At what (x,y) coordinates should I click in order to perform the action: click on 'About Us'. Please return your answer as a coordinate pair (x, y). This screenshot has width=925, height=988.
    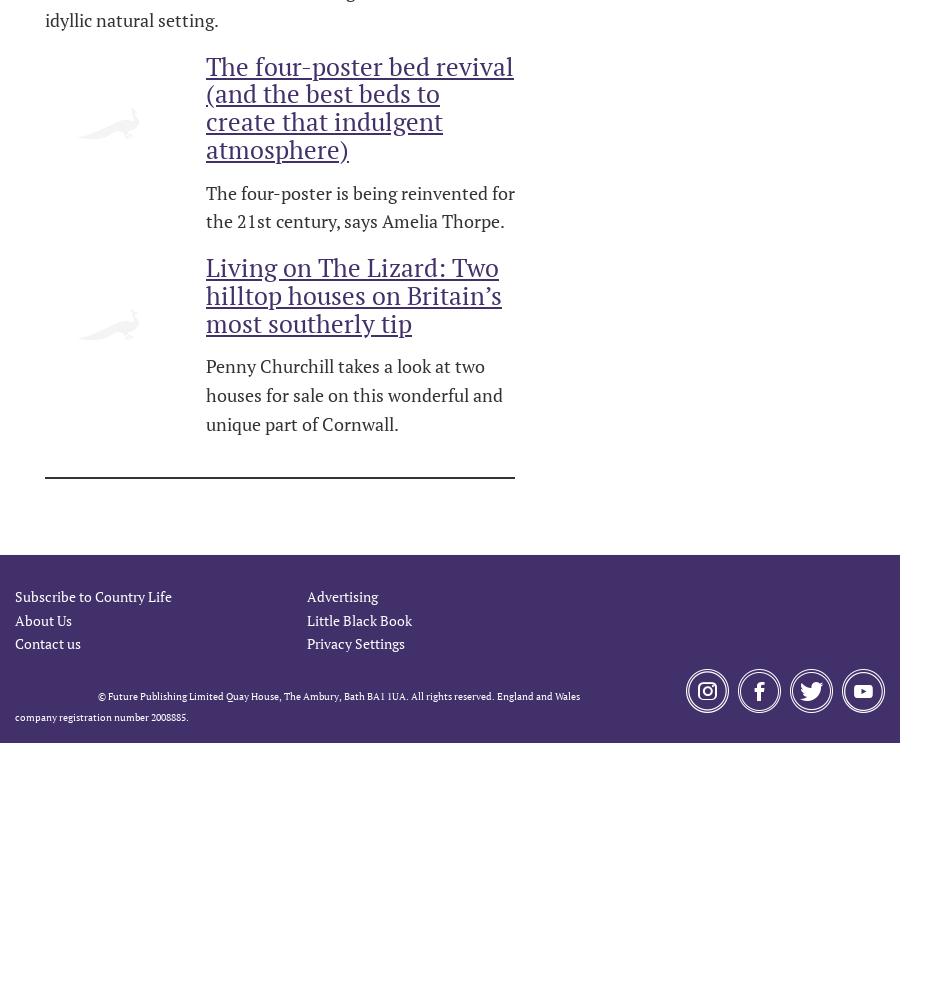
    Looking at the image, I should click on (42, 618).